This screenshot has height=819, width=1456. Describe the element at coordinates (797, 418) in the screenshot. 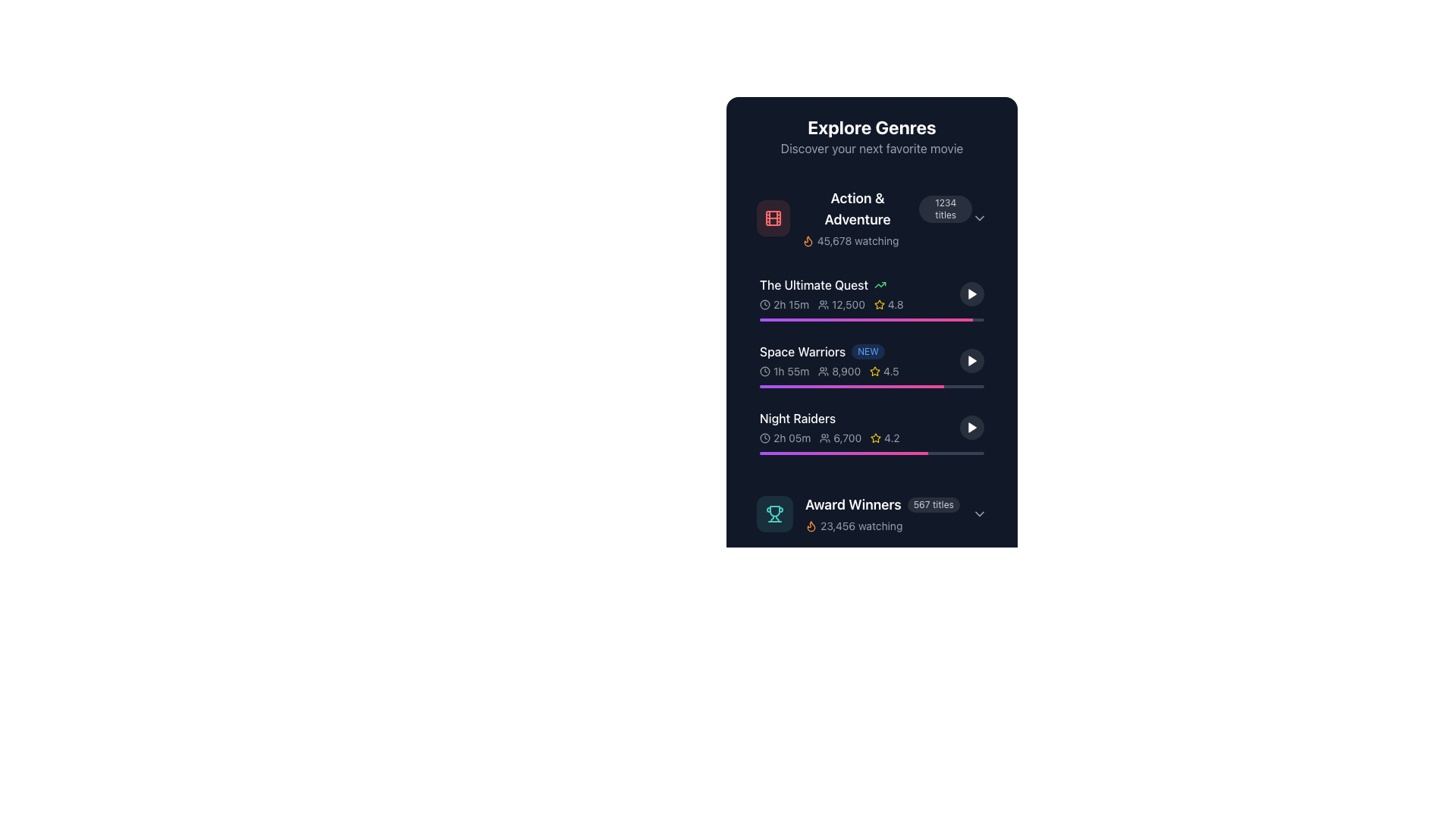

I see `the text label displaying the movie title 'Night Raiders', which is the third entry in the vertical list, located between 'Space Warriors' and its associated time and rating information` at that location.